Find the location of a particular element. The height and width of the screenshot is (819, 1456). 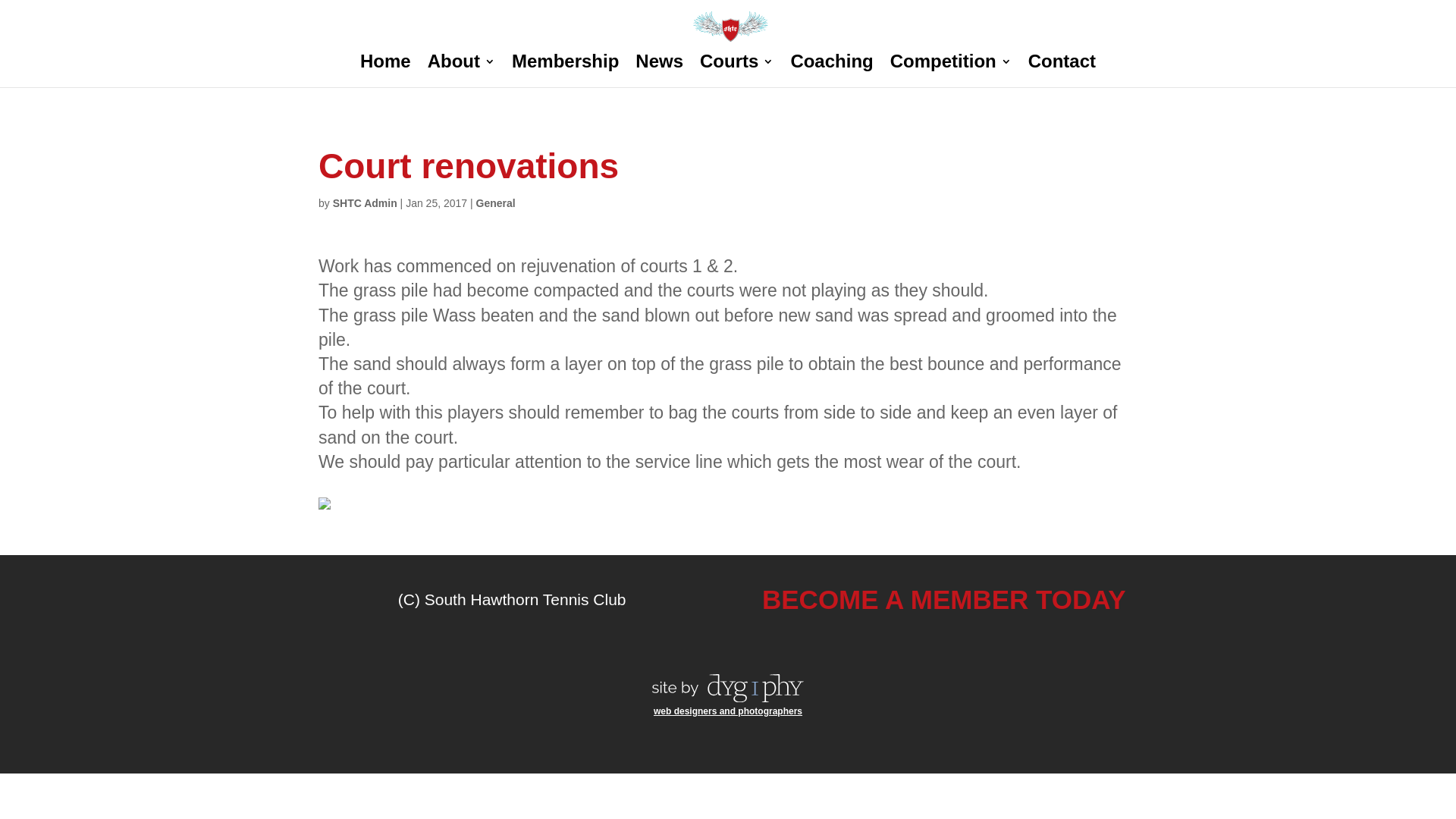

'Contact' is located at coordinates (1061, 71).